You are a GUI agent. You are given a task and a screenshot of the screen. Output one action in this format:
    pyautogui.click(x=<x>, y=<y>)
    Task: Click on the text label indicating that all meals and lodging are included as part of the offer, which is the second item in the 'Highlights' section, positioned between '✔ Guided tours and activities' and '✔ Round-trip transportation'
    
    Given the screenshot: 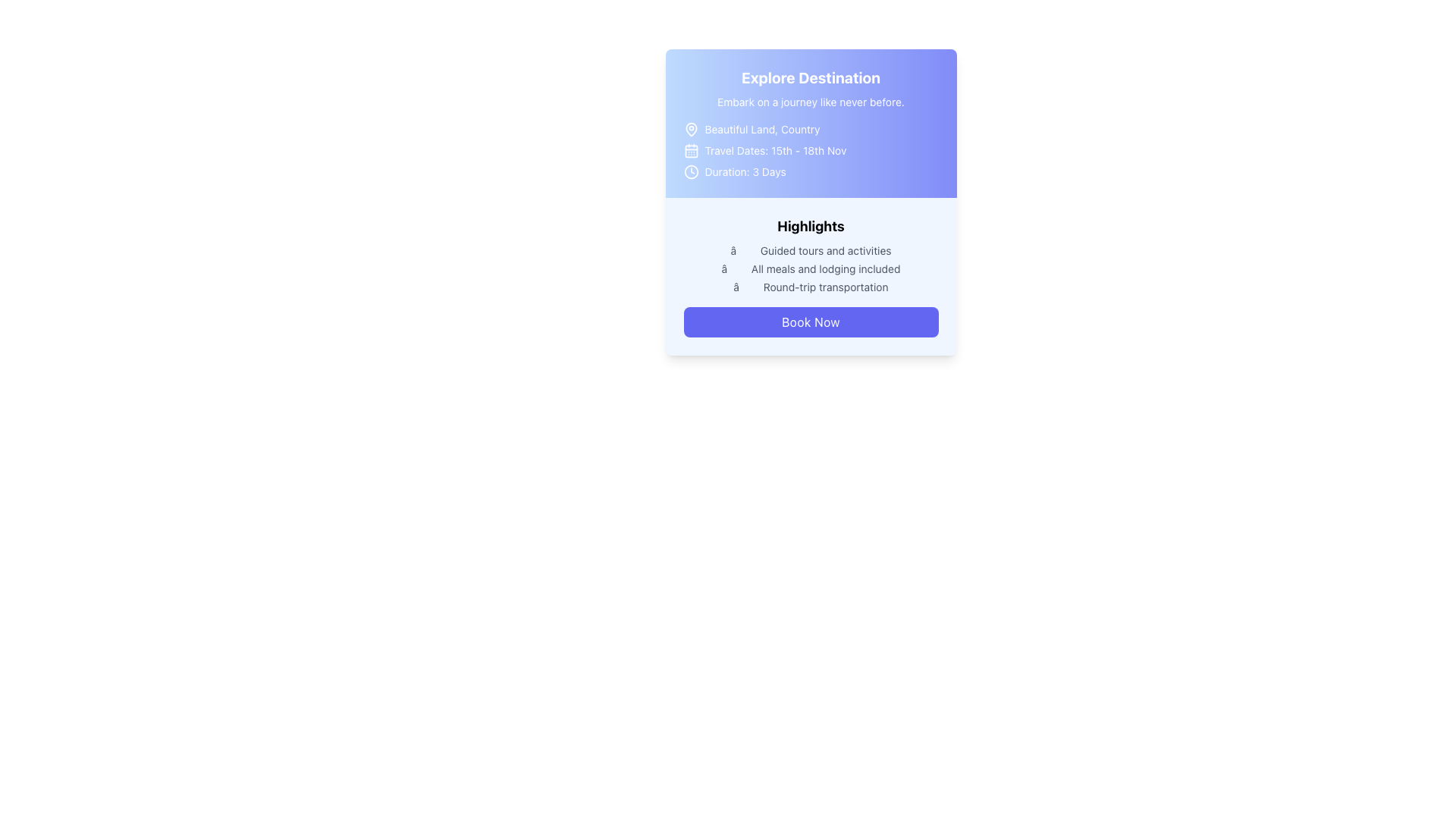 What is the action you would take?
    pyautogui.click(x=810, y=268)
    